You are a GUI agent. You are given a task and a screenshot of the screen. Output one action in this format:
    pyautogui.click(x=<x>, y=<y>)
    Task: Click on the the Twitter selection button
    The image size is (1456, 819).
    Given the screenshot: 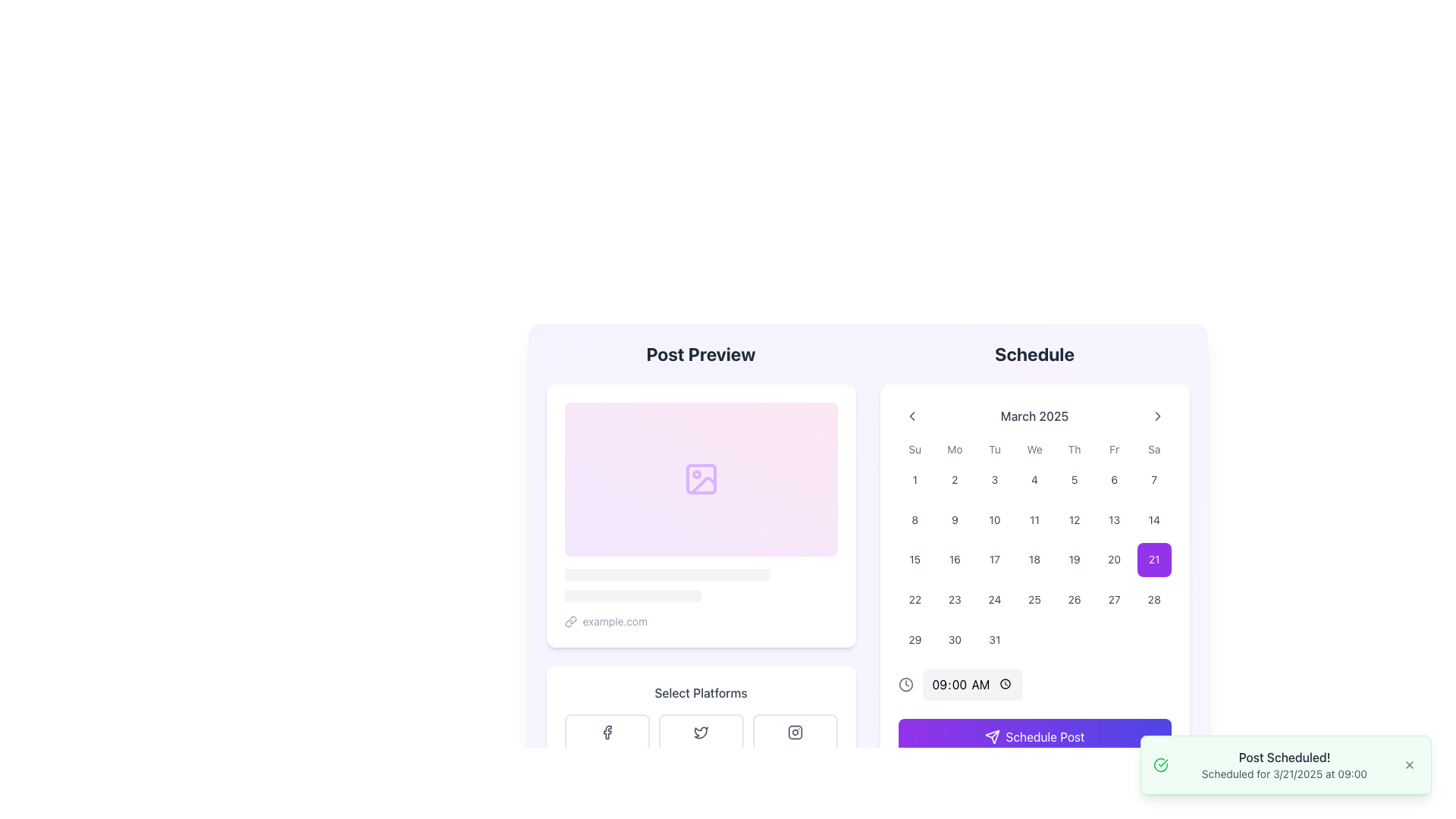 What is the action you would take?
    pyautogui.click(x=700, y=731)
    